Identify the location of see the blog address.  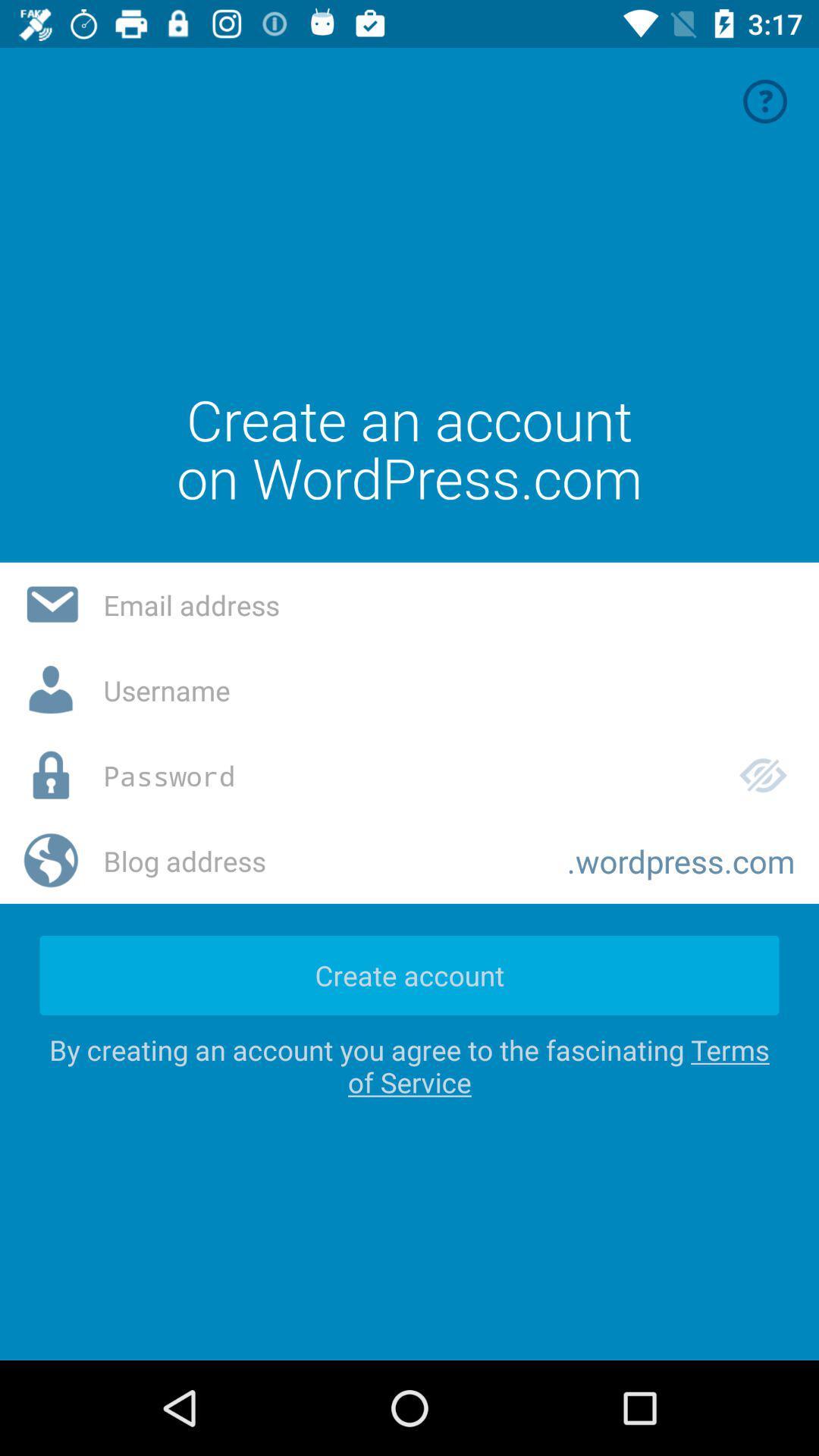
(322, 861).